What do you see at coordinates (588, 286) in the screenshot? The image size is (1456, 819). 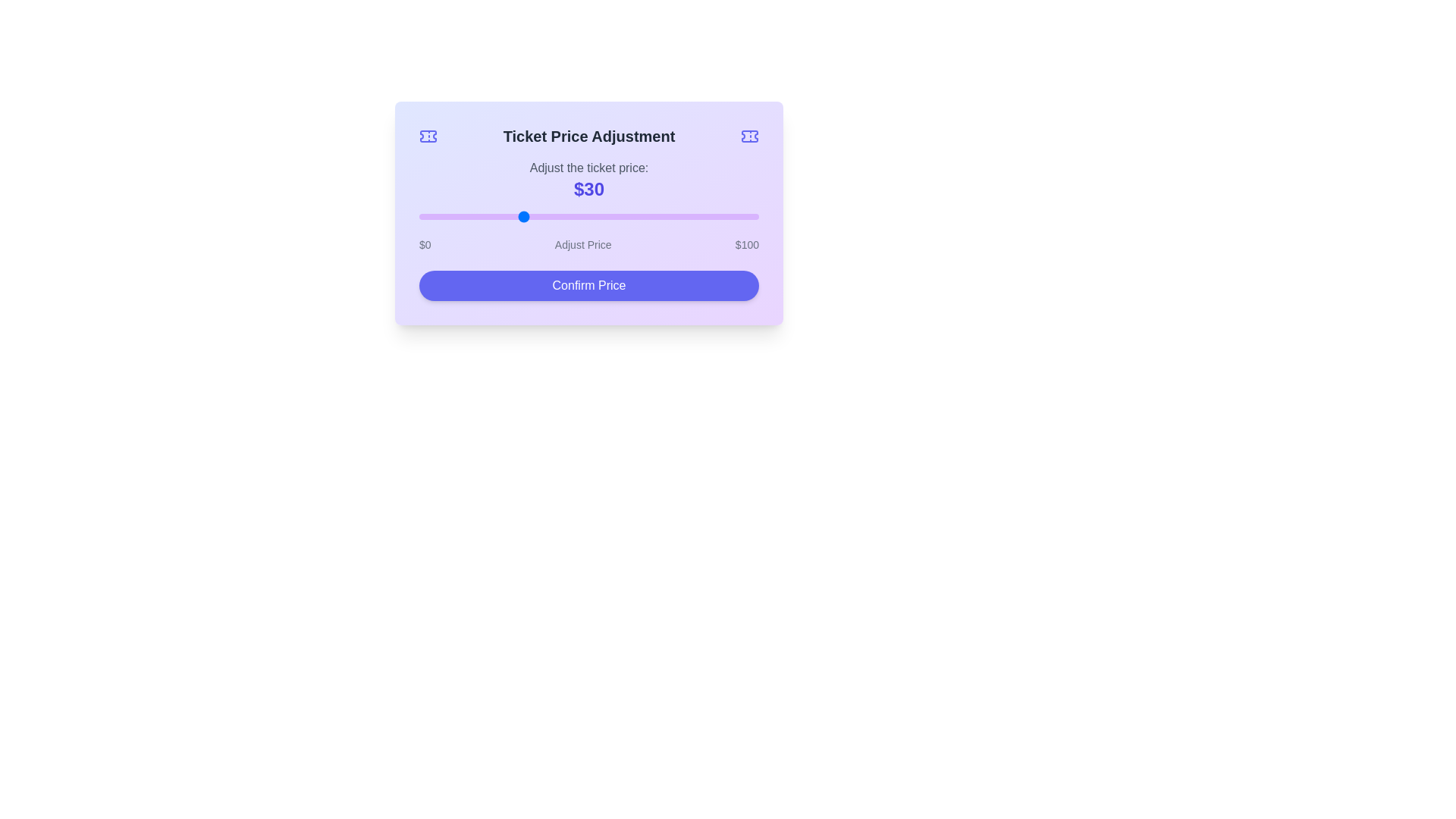 I see `the 'Confirm Price' button to confirm the ticket price` at bounding box center [588, 286].